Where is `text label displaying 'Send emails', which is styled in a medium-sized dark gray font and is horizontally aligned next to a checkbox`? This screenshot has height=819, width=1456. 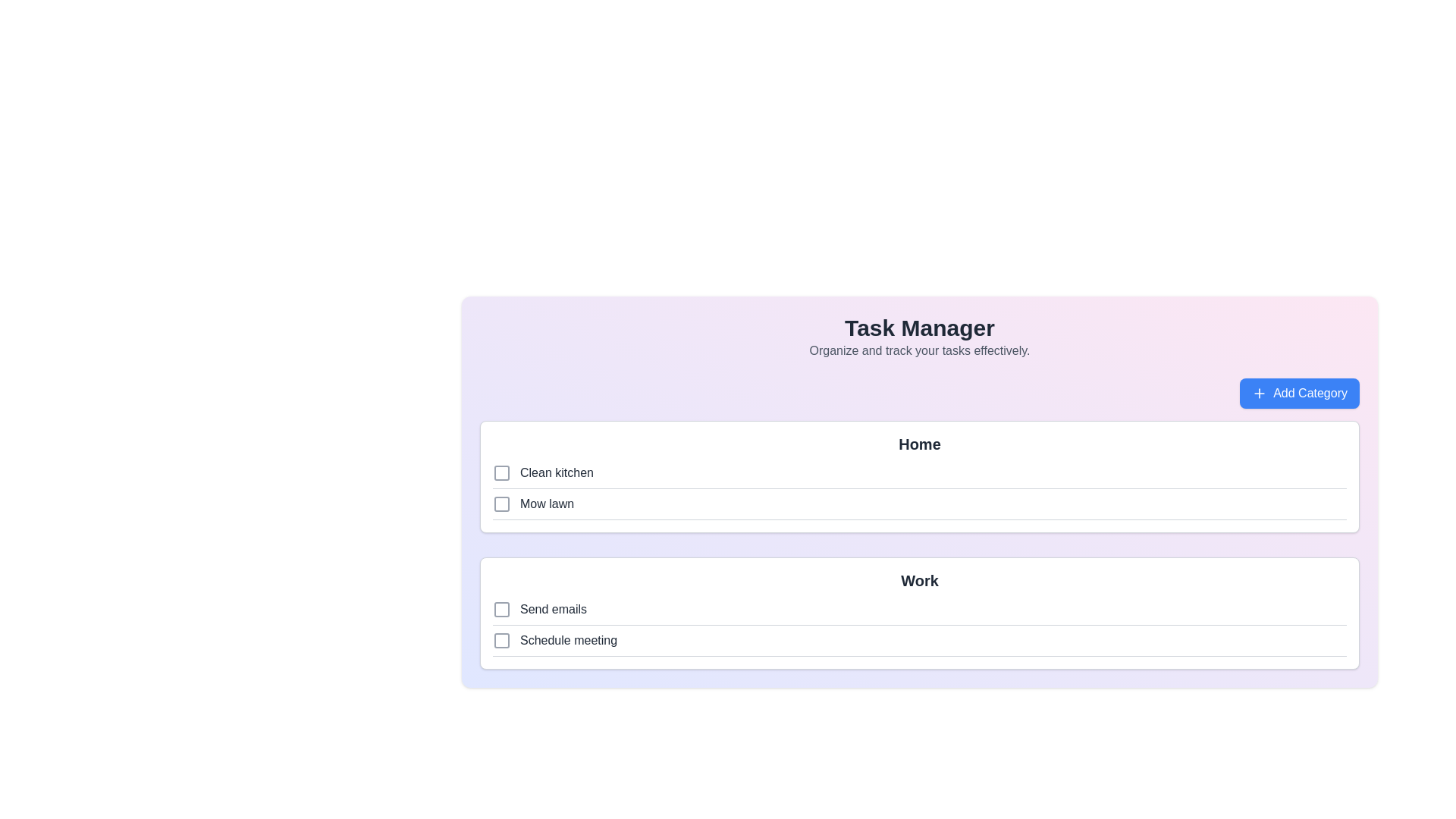 text label displaying 'Send emails', which is styled in a medium-sized dark gray font and is horizontally aligned next to a checkbox is located at coordinates (552, 608).